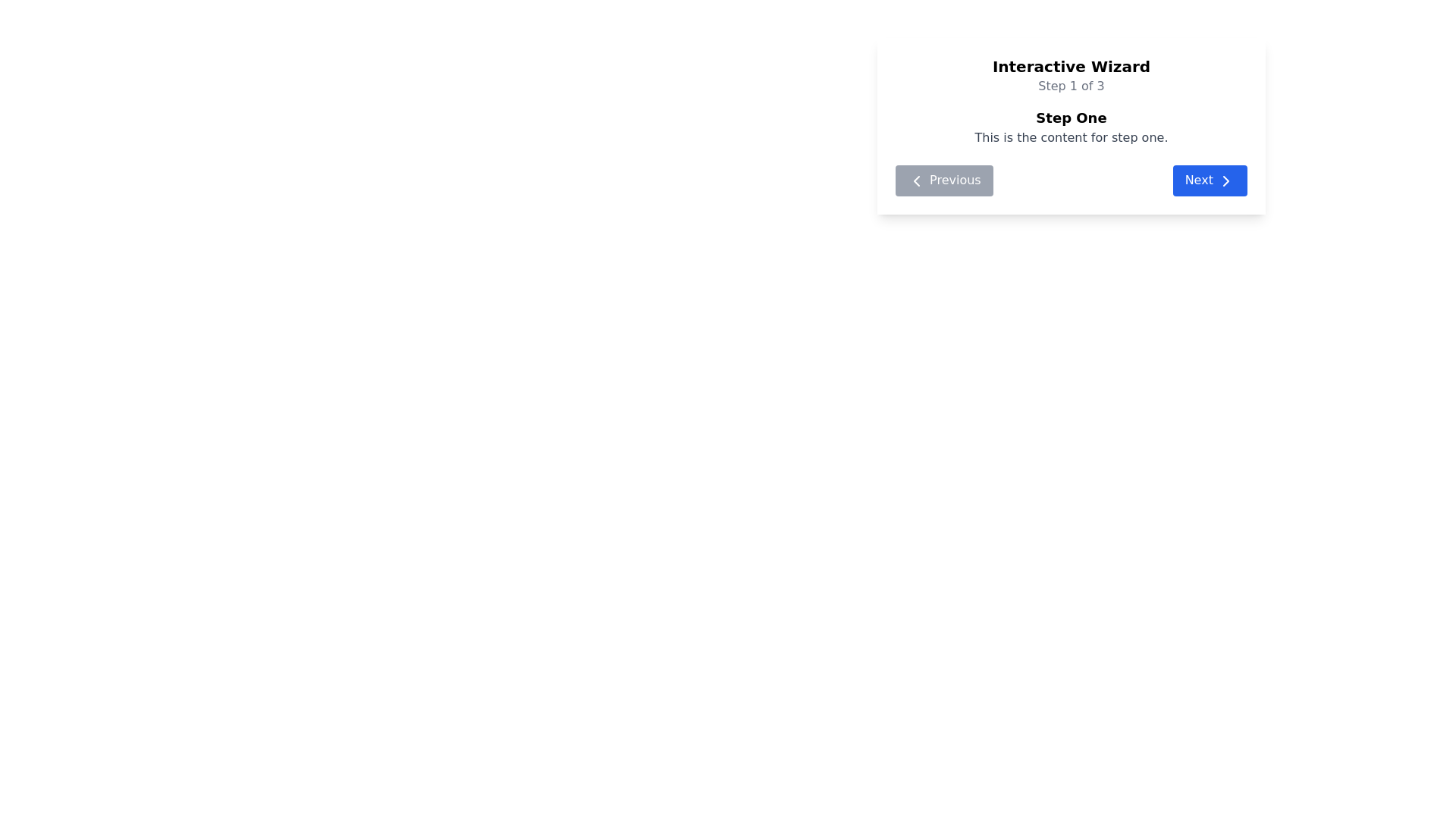 The image size is (1456, 819). What do you see at coordinates (1070, 86) in the screenshot?
I see `the text indicating the current step (step 1) in the multi-step process, which is centrally aligned beneath the header 'Interactive Wizard'` at bounding box center [1070, 86].